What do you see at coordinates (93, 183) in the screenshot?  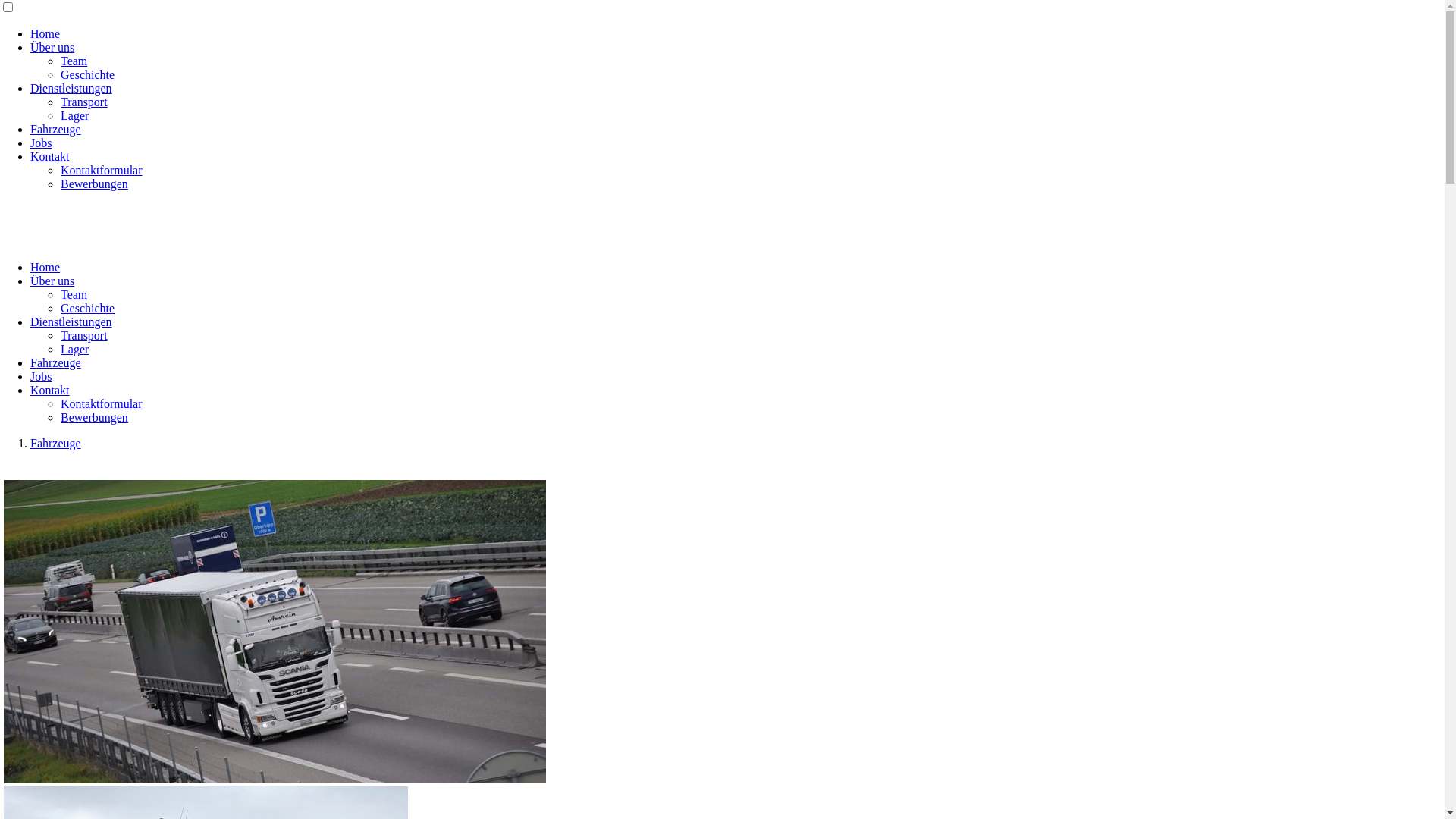 I see `'Bewerbungen'` at bounding box center [93, 183].